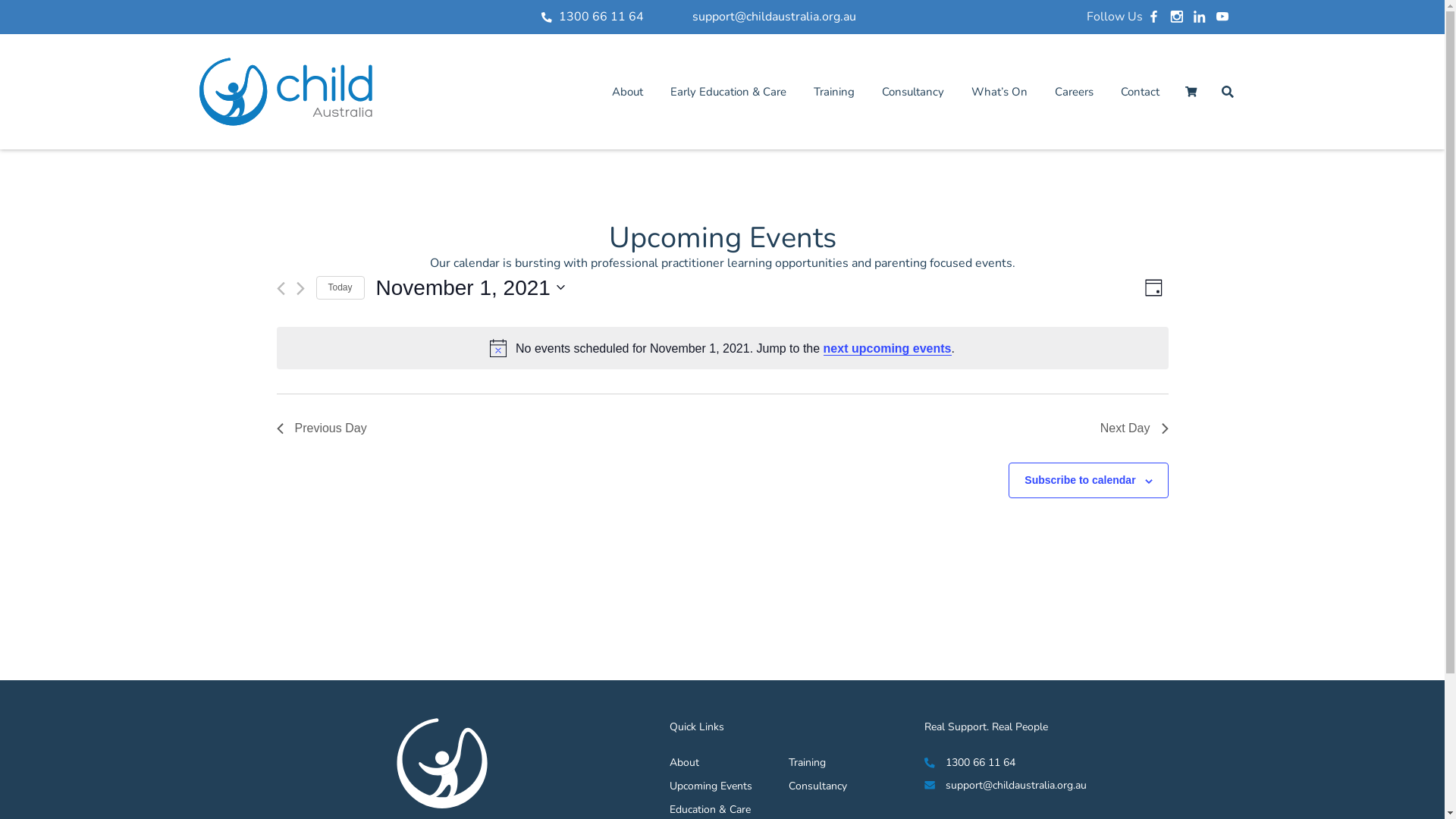 The width and height of the screenshot is (1456, 819). Describe the element at coordinates (469, 288) in the screenshot. I see `'November 1, 2021'` at that location.